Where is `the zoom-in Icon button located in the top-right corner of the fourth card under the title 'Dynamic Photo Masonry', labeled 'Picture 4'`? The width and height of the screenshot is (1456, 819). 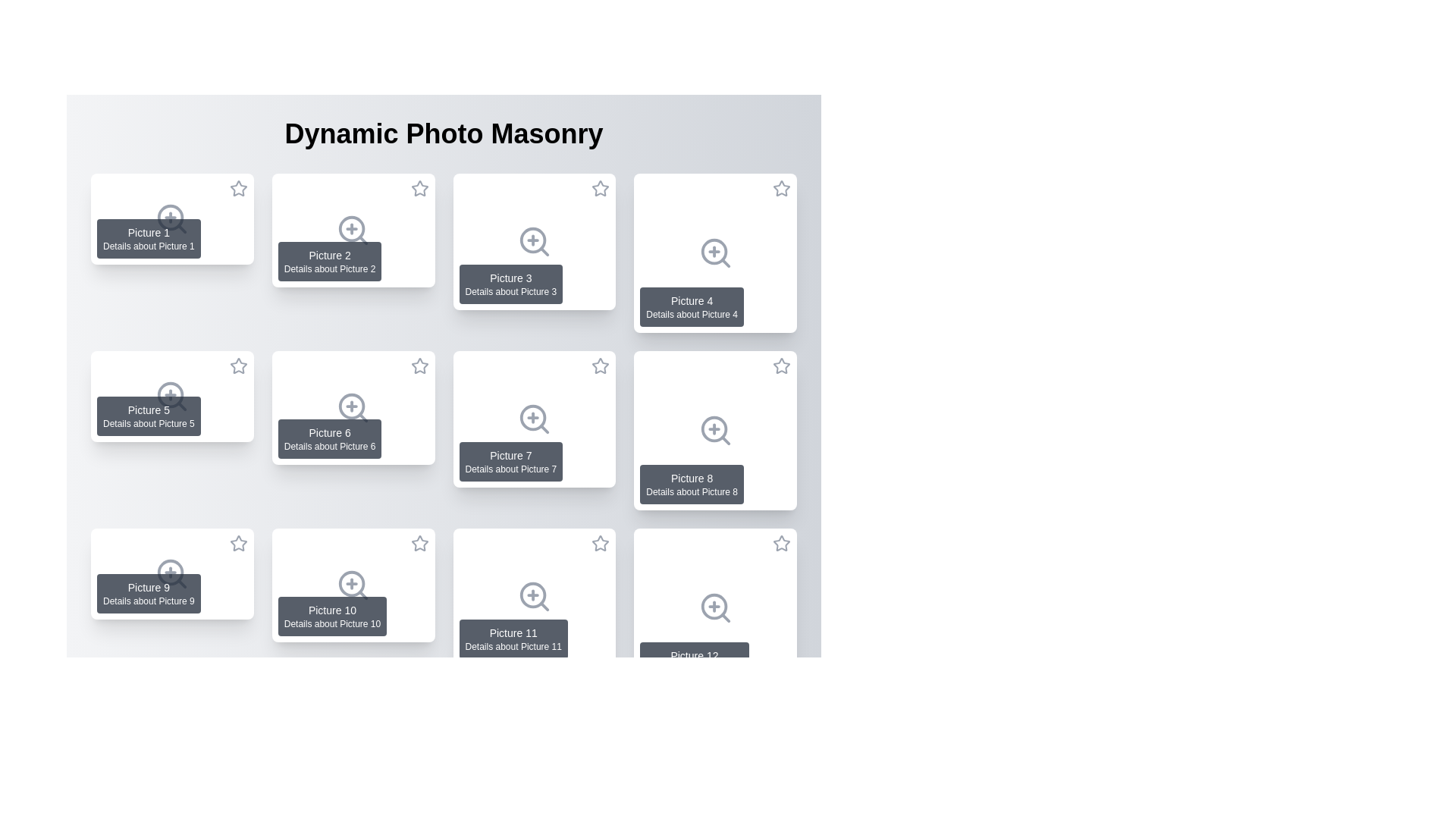 the zoom-in Icon button located in the top-right corner of the fourth card under the title 'Dynamic Photo Masonry', labeled 'Picture 4' is located at coordinates (714, 253).